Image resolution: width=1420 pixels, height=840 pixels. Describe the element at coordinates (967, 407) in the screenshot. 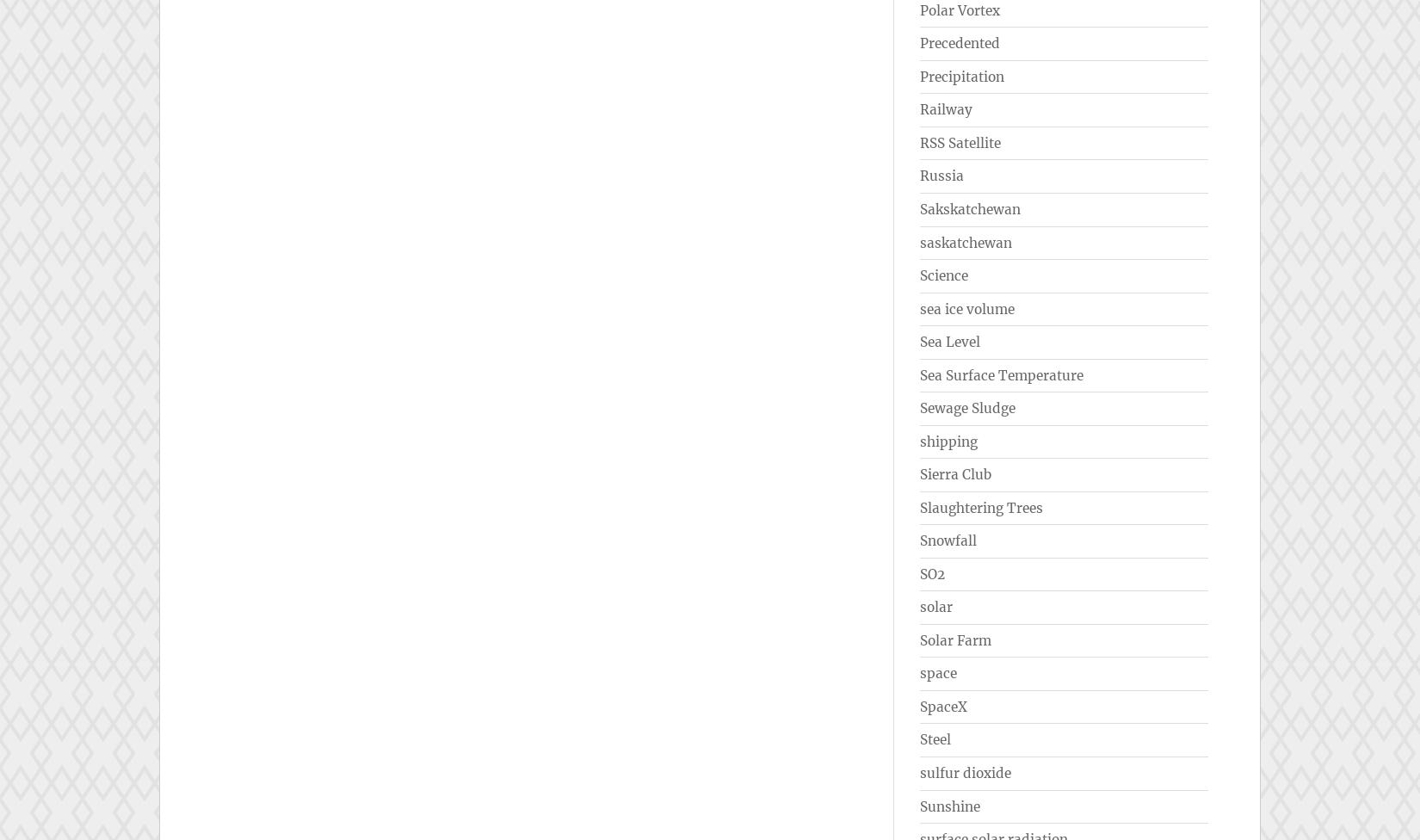

I see `'Sewage Sludge'` at that location.